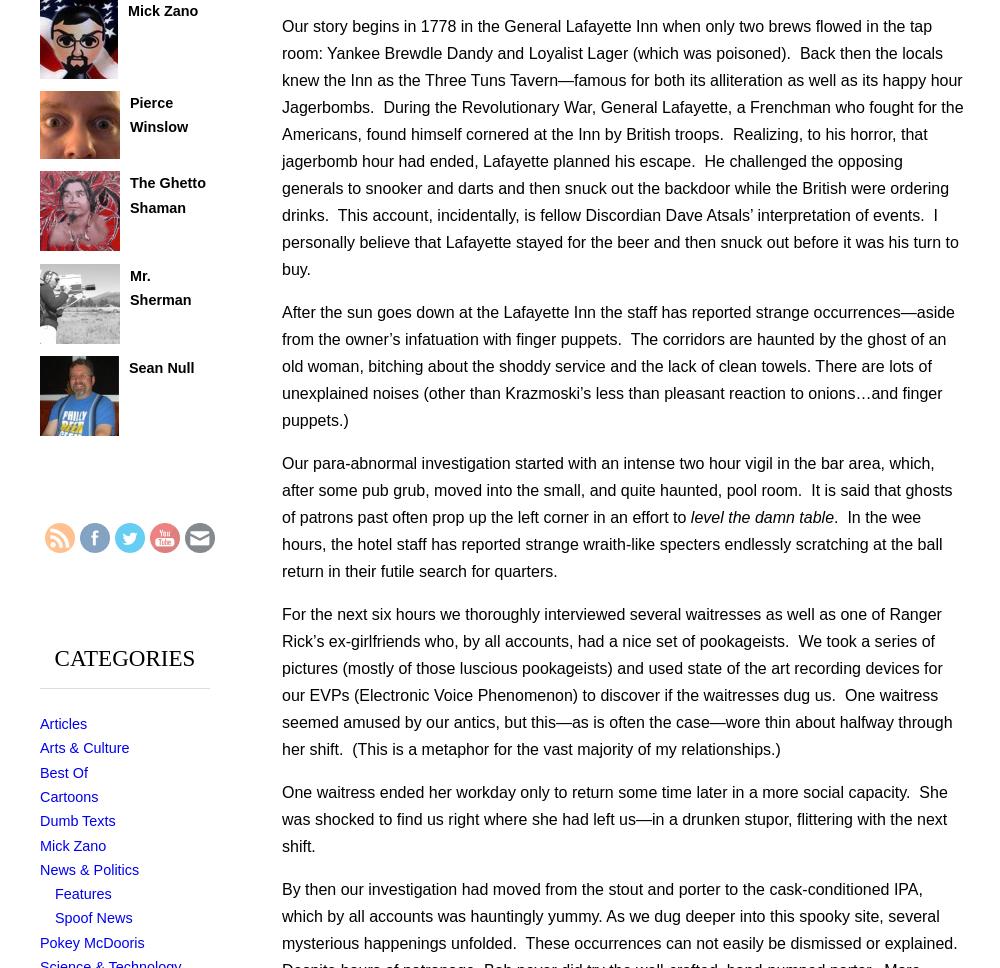 The height and width of the screenshot is (968, 1000). I want to click on 'Cartoons', so click(68, 794).